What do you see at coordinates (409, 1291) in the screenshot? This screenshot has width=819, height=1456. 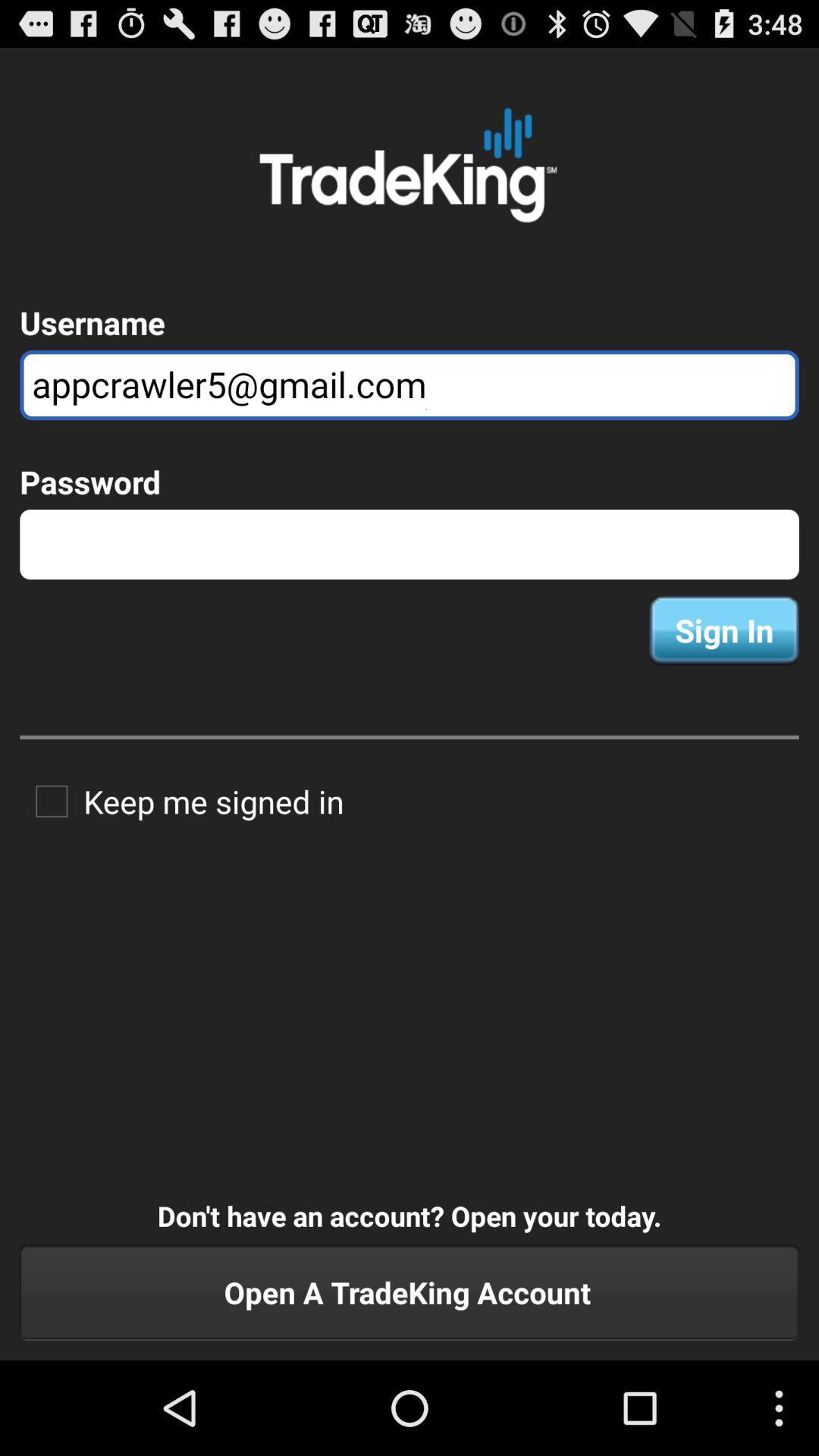 I see `the open a tradeking button` at bounding box center [409, 1291].